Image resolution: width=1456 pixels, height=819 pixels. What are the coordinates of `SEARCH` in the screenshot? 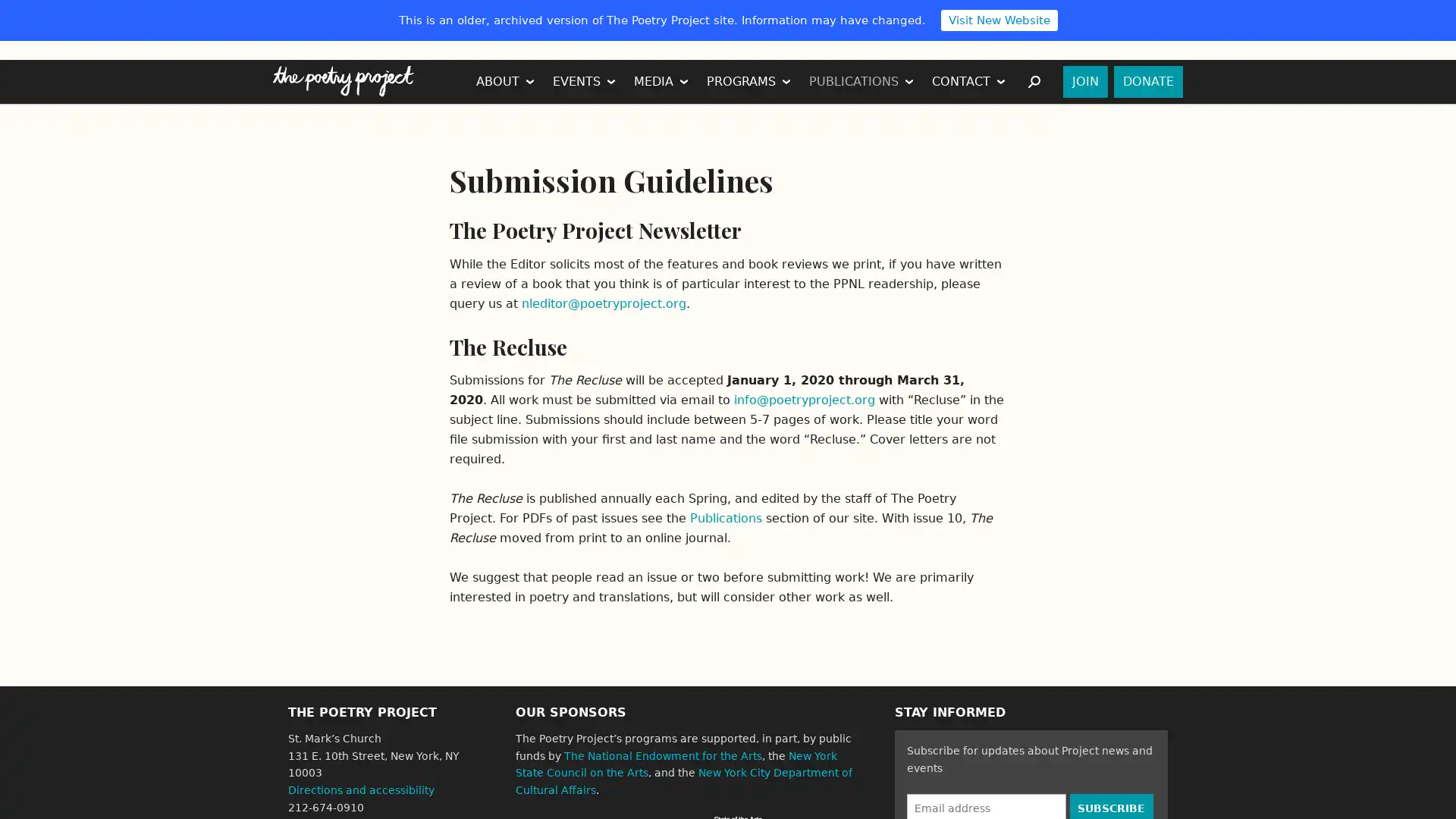 It's located at (1035, 81).